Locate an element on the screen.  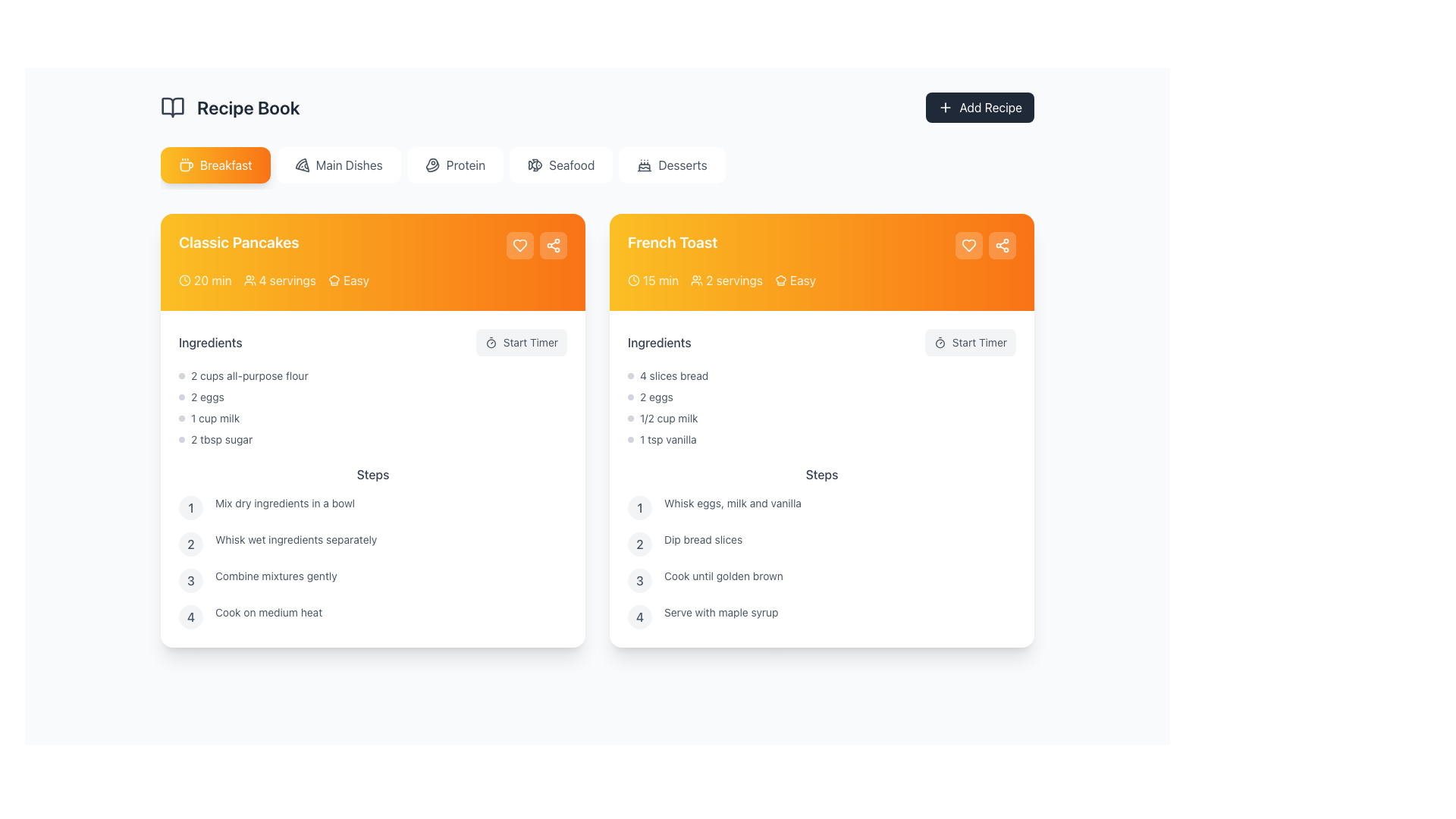
the second instructional step in the French Toast recipe card that instructs users to 'Dip bread slices' is located at coordinates (821, 543).